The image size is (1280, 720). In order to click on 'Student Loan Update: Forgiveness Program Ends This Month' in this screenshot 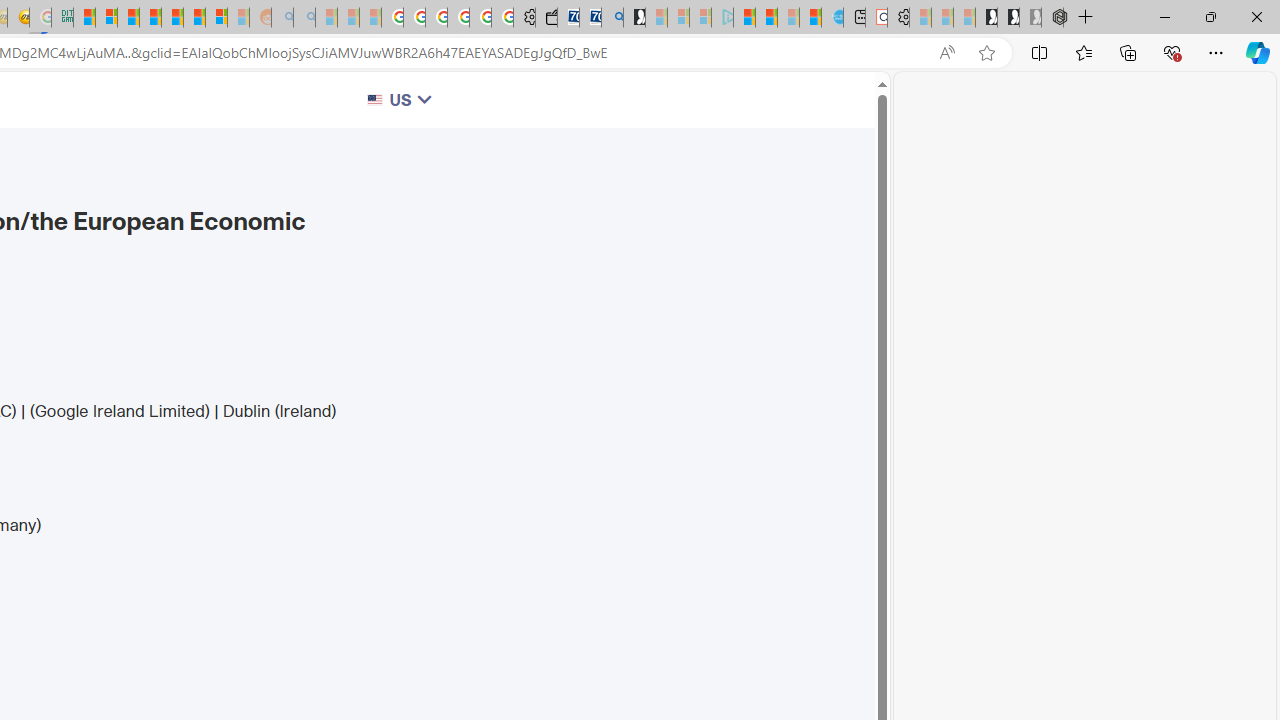, I will do `click(149, 17)`.